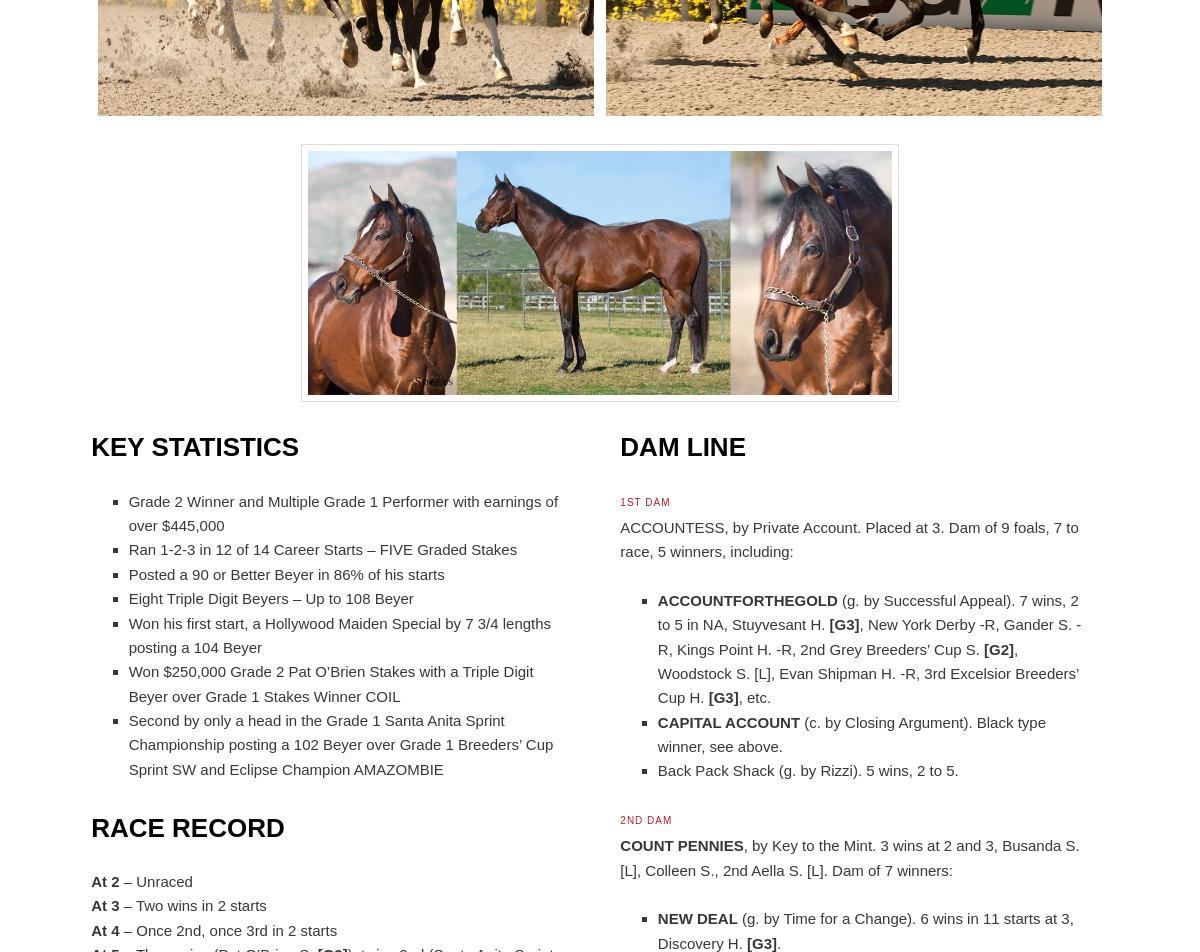  I want to click on 'CAPITAL ACCOUNT', so click(728, 721).